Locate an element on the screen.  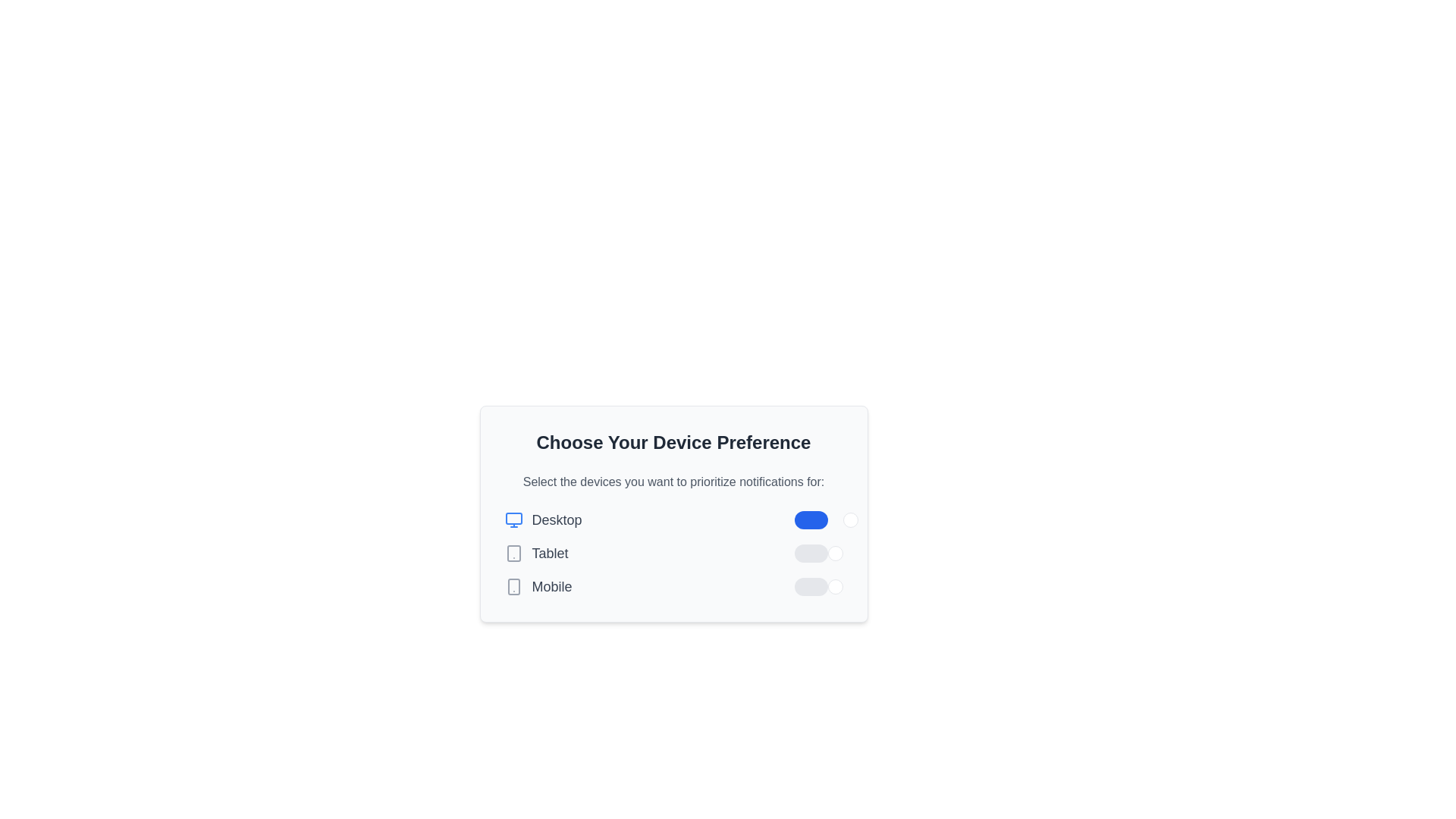
the small circular toggle handle, which is styled with a white fill and a surrounding border, located to the right of the 'Mobile' option in the device preferences list is located at coordinates (834, 586).